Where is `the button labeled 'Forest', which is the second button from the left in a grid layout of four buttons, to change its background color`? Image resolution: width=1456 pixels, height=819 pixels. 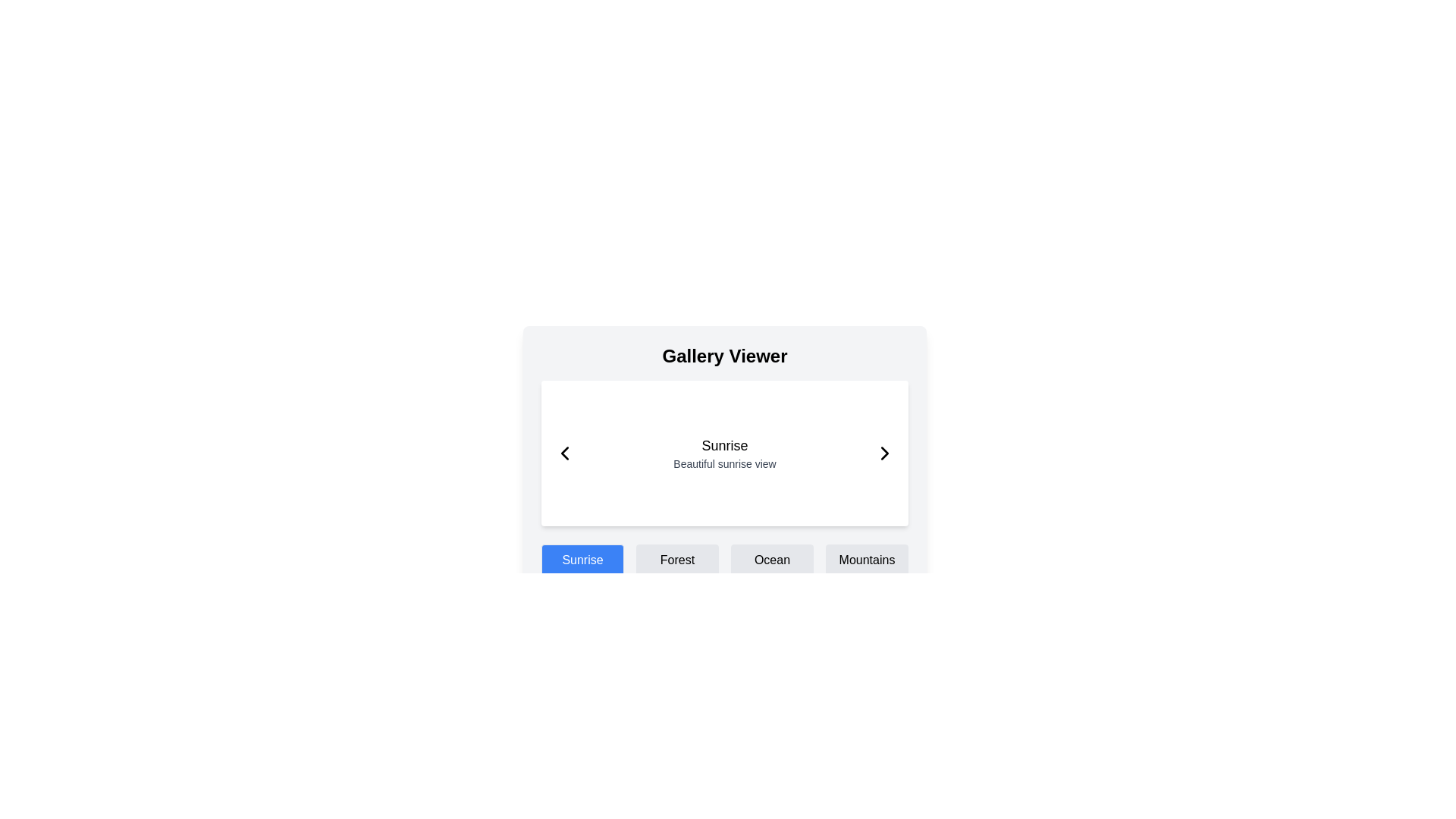
the button labeled 'Forest', which is the second button from the left in a grid layout of four buttons, to change its background color is located at coordinates (676, 560).